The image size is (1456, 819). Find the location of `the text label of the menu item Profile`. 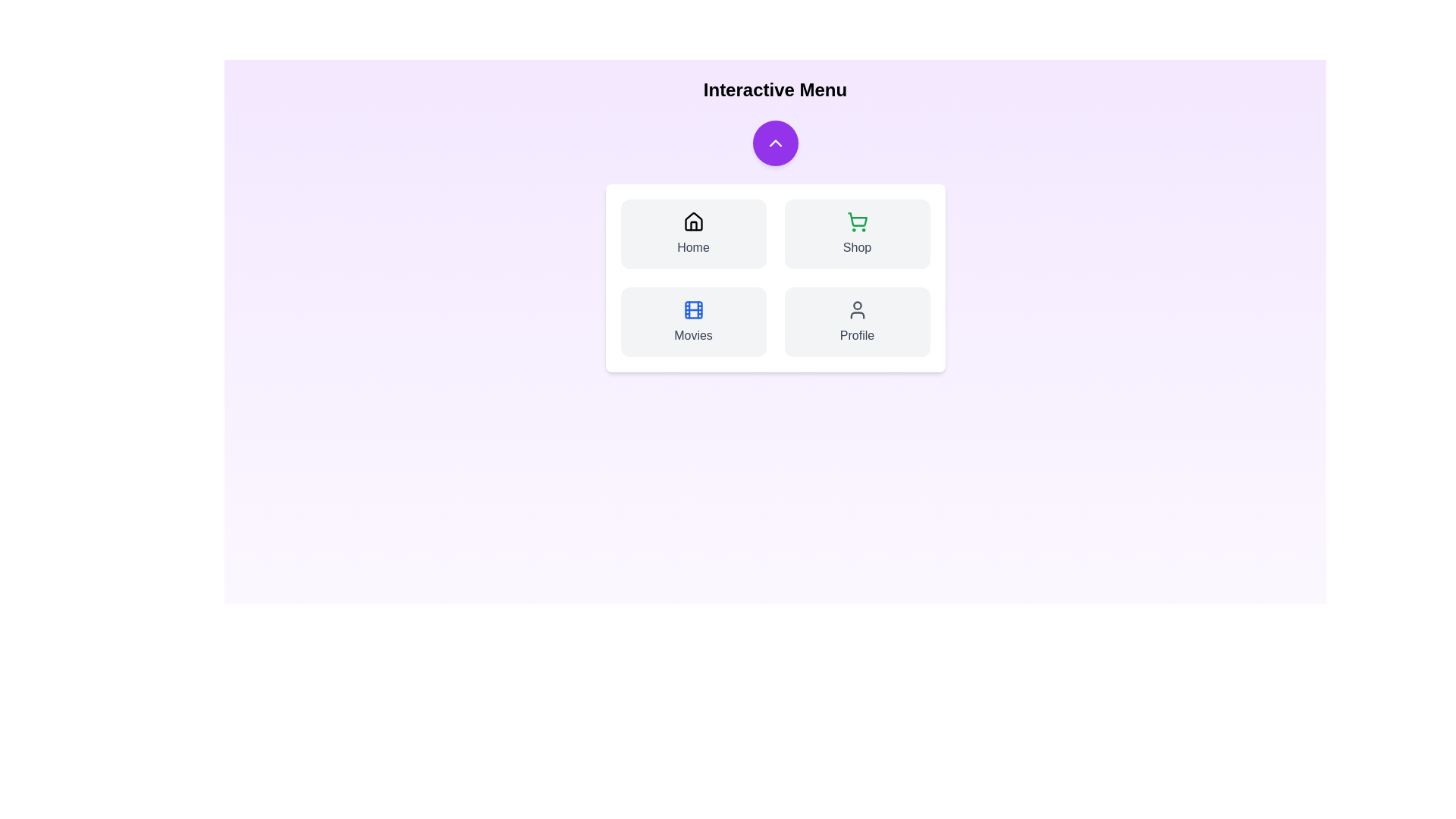

the text label of the menu item Profile is located at coordinates (857, 335).